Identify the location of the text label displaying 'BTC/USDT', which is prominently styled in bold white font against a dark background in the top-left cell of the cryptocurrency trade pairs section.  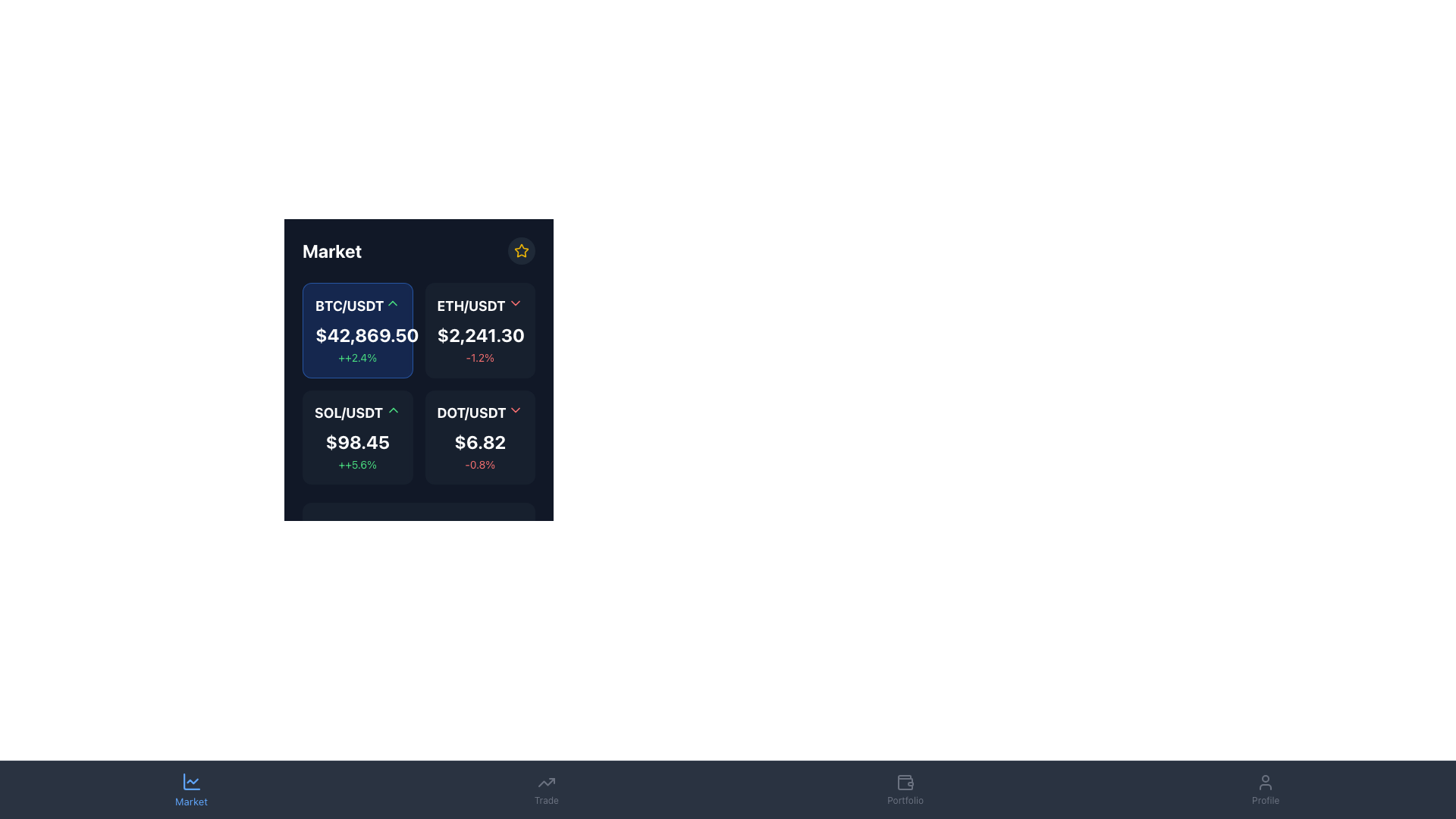
(349, 306).